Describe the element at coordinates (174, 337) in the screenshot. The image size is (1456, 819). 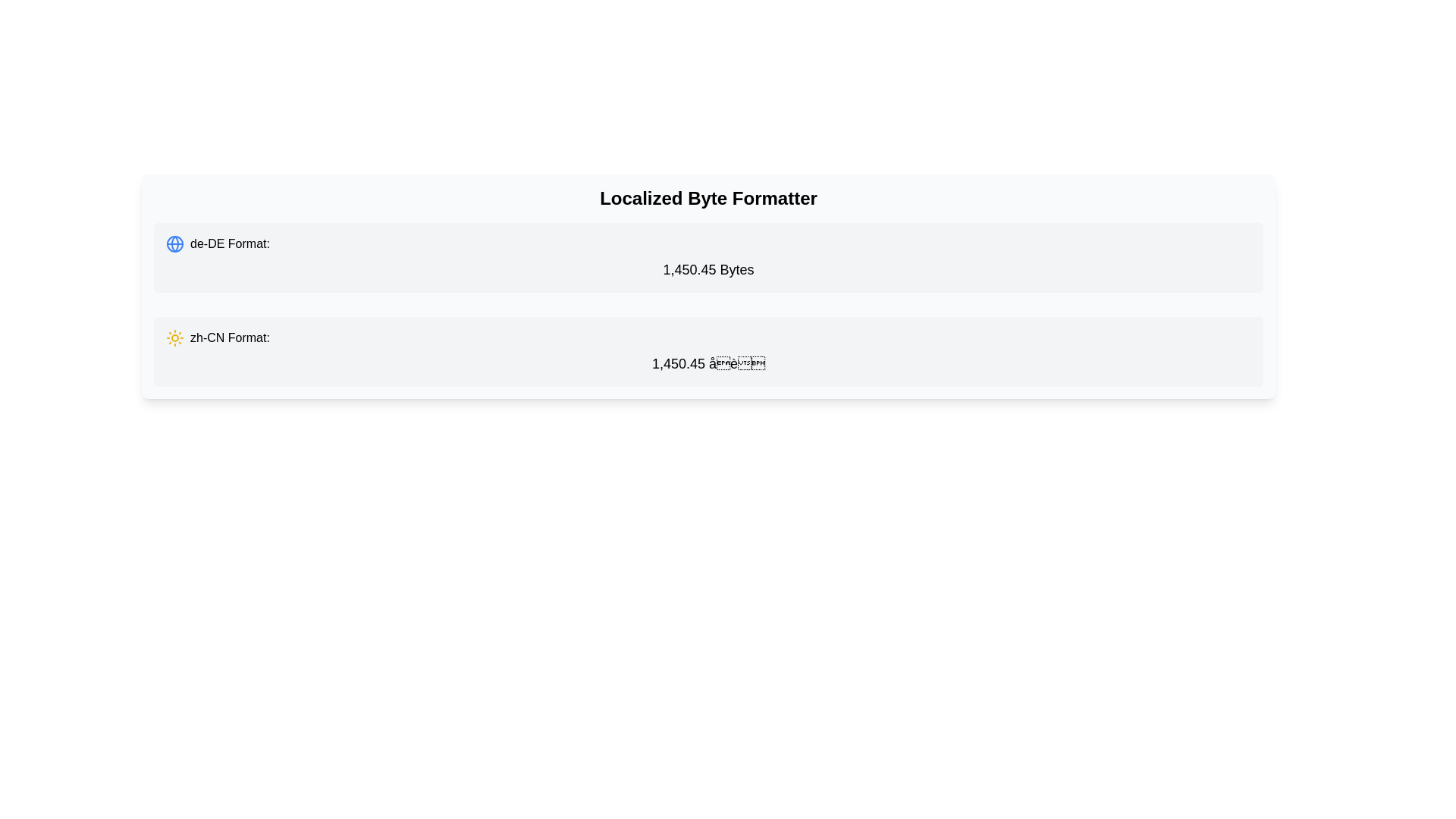
I see `the sunlight or brightness icon located to the left of the text 'zh-CN Format:' in the second row of the list` at that location.